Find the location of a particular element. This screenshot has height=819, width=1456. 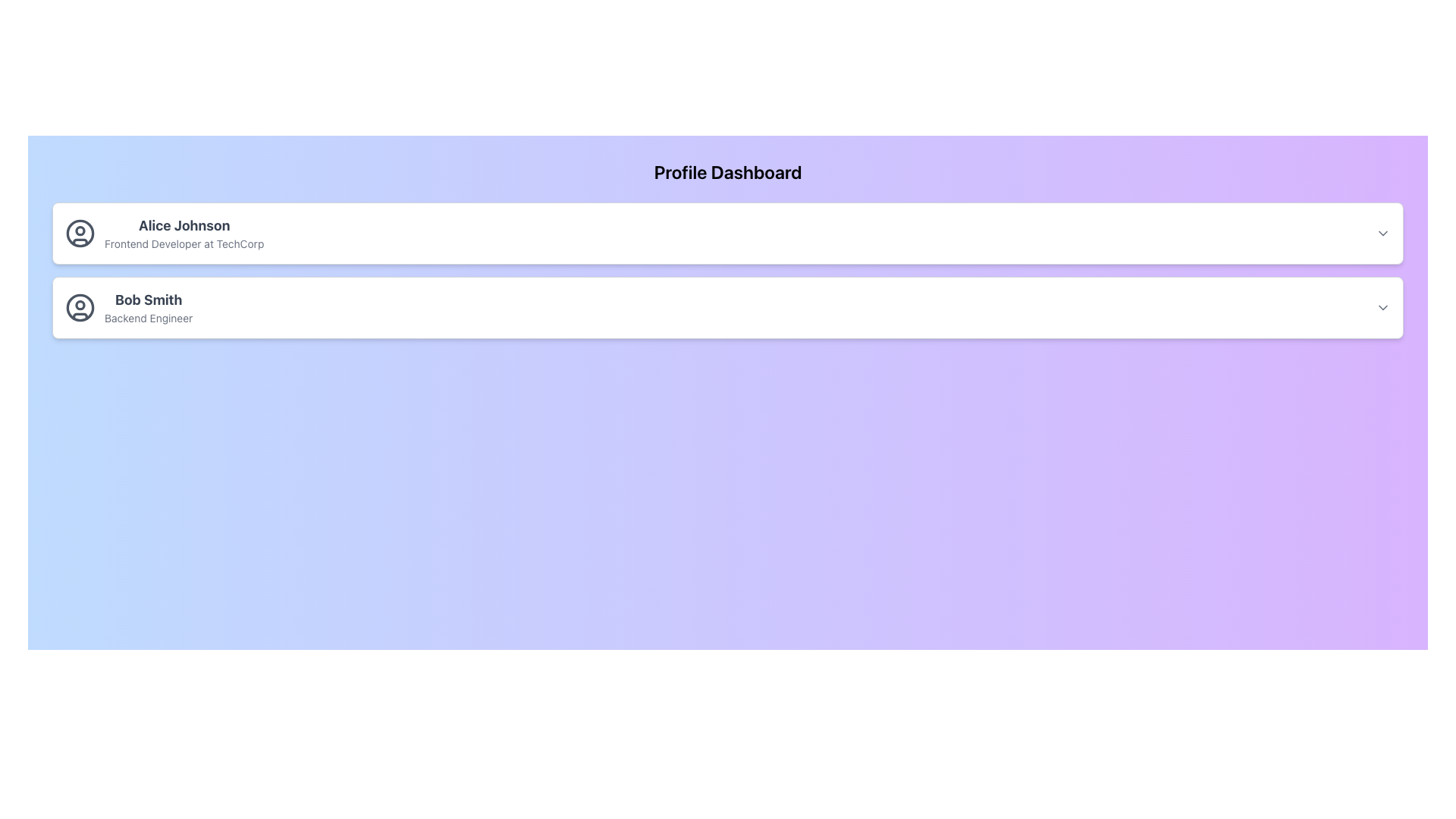

the user profile icon representing 'Bob Smith' located in the middle-left section of the user card is located at coordinates (79, 307).